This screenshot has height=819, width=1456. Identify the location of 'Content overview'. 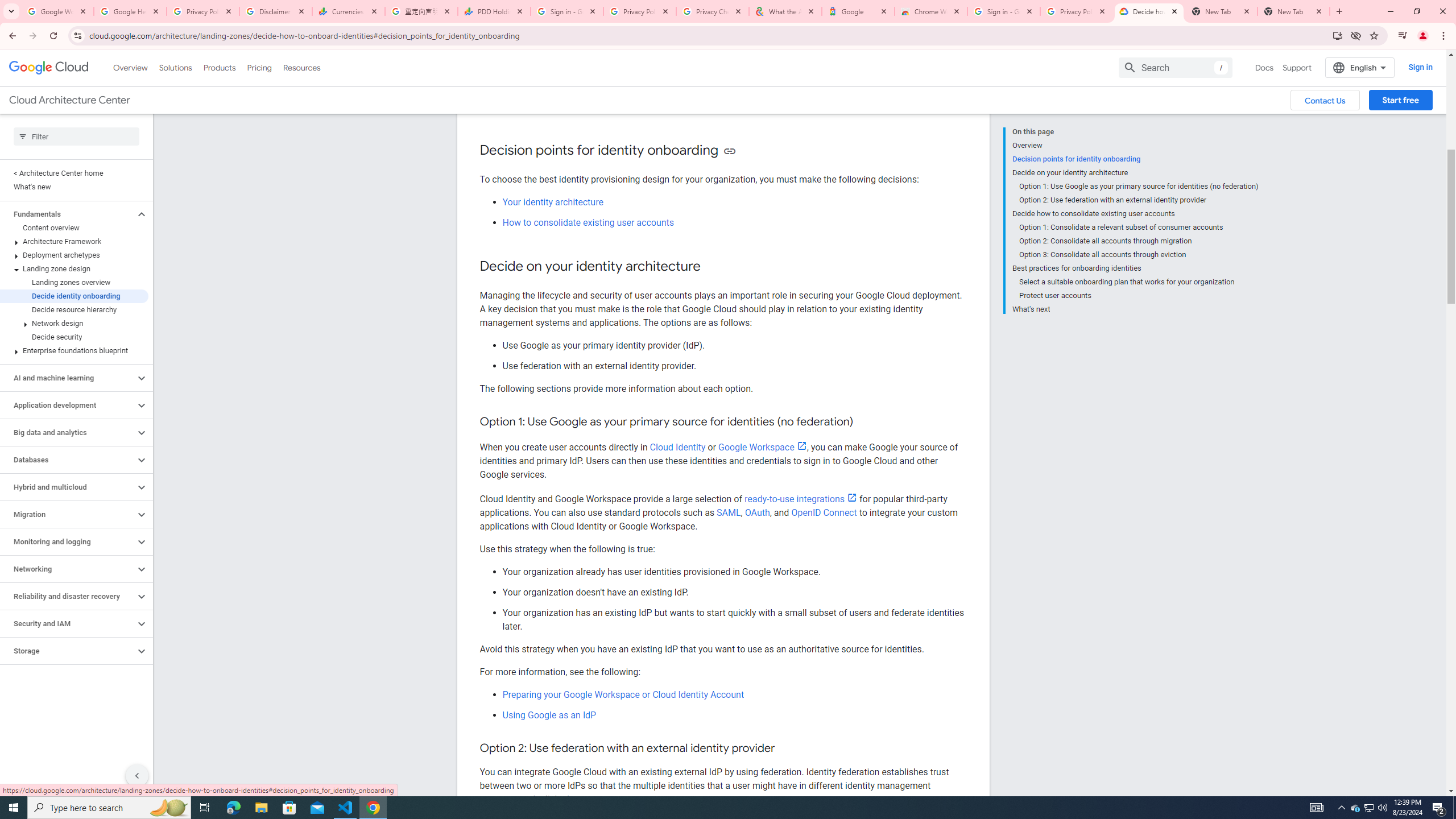
(74, 228).